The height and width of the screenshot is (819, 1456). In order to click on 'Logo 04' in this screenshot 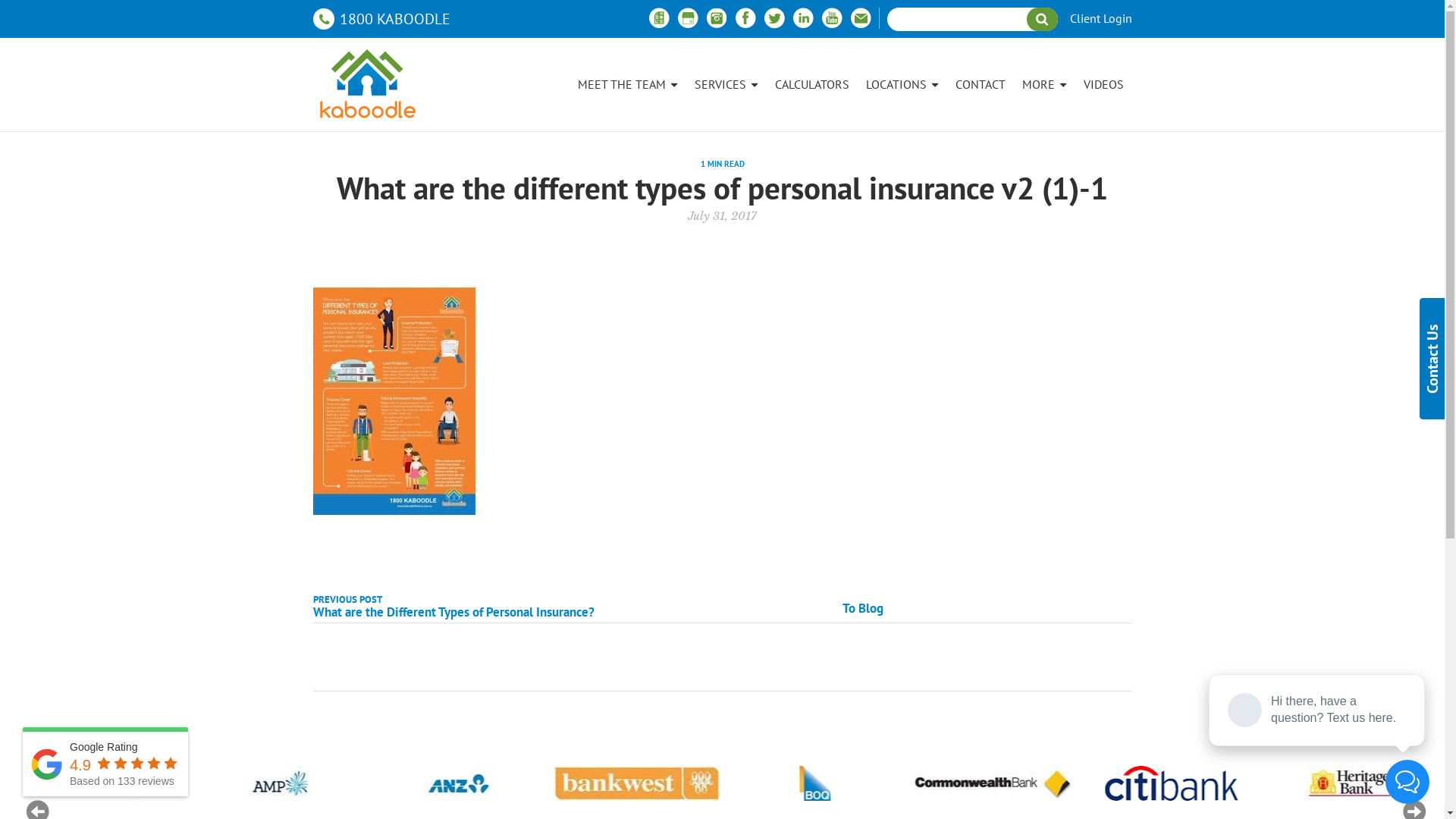, I will do `click(419, 783)`.